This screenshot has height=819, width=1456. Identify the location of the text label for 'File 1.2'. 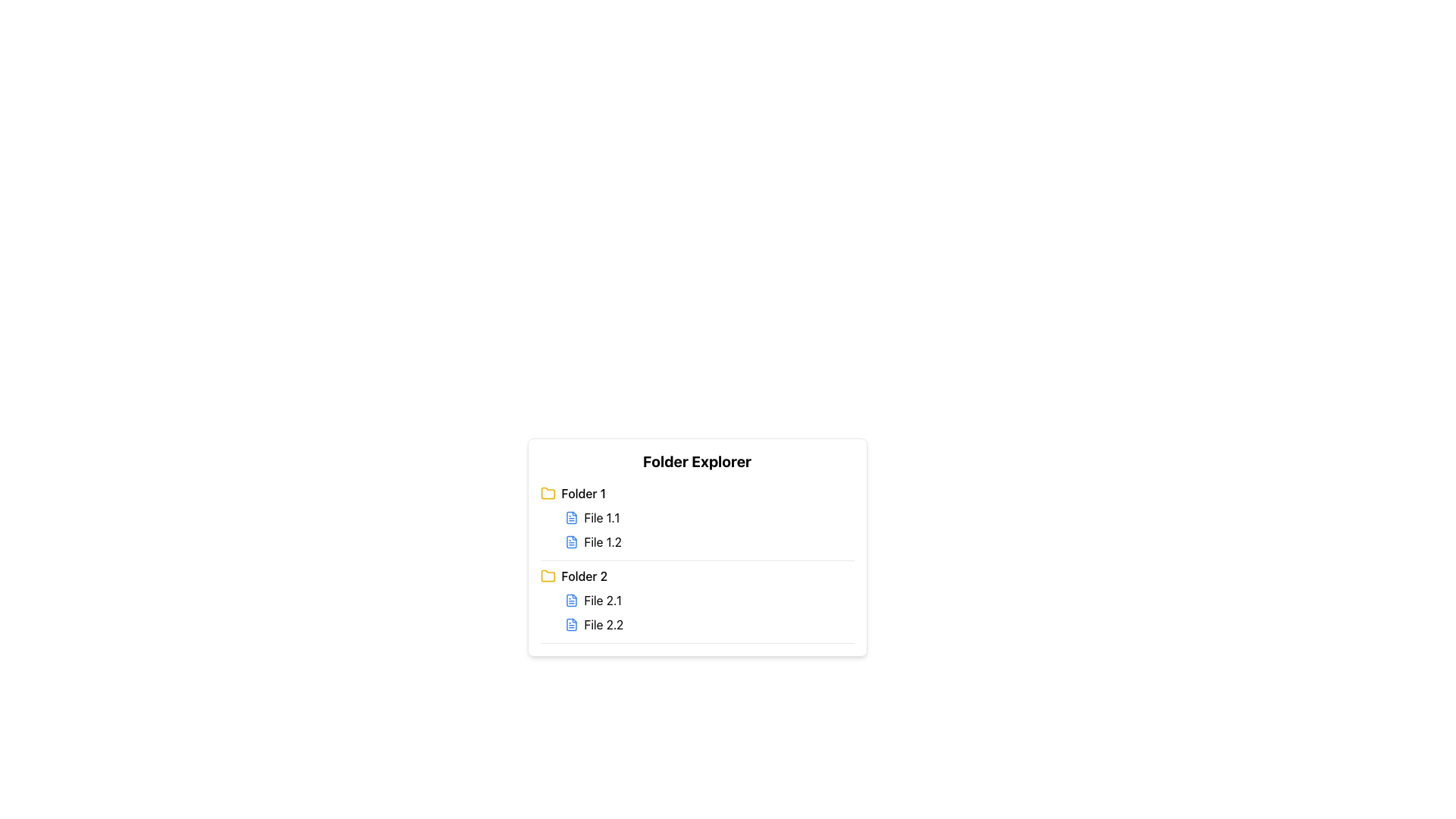
(602, 541).